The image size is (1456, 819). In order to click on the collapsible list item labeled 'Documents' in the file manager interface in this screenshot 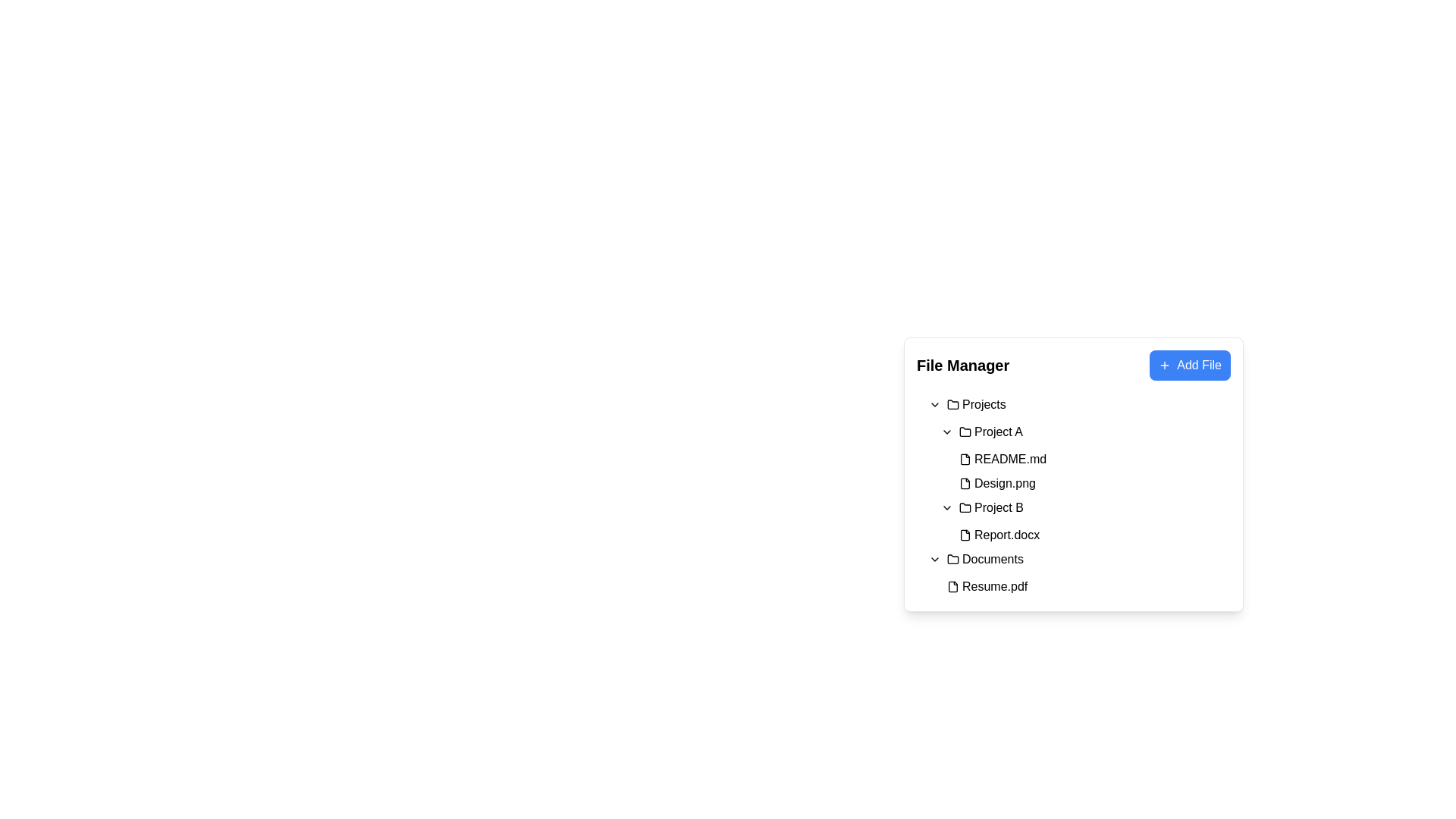, I will do `click(1079, 559)`.